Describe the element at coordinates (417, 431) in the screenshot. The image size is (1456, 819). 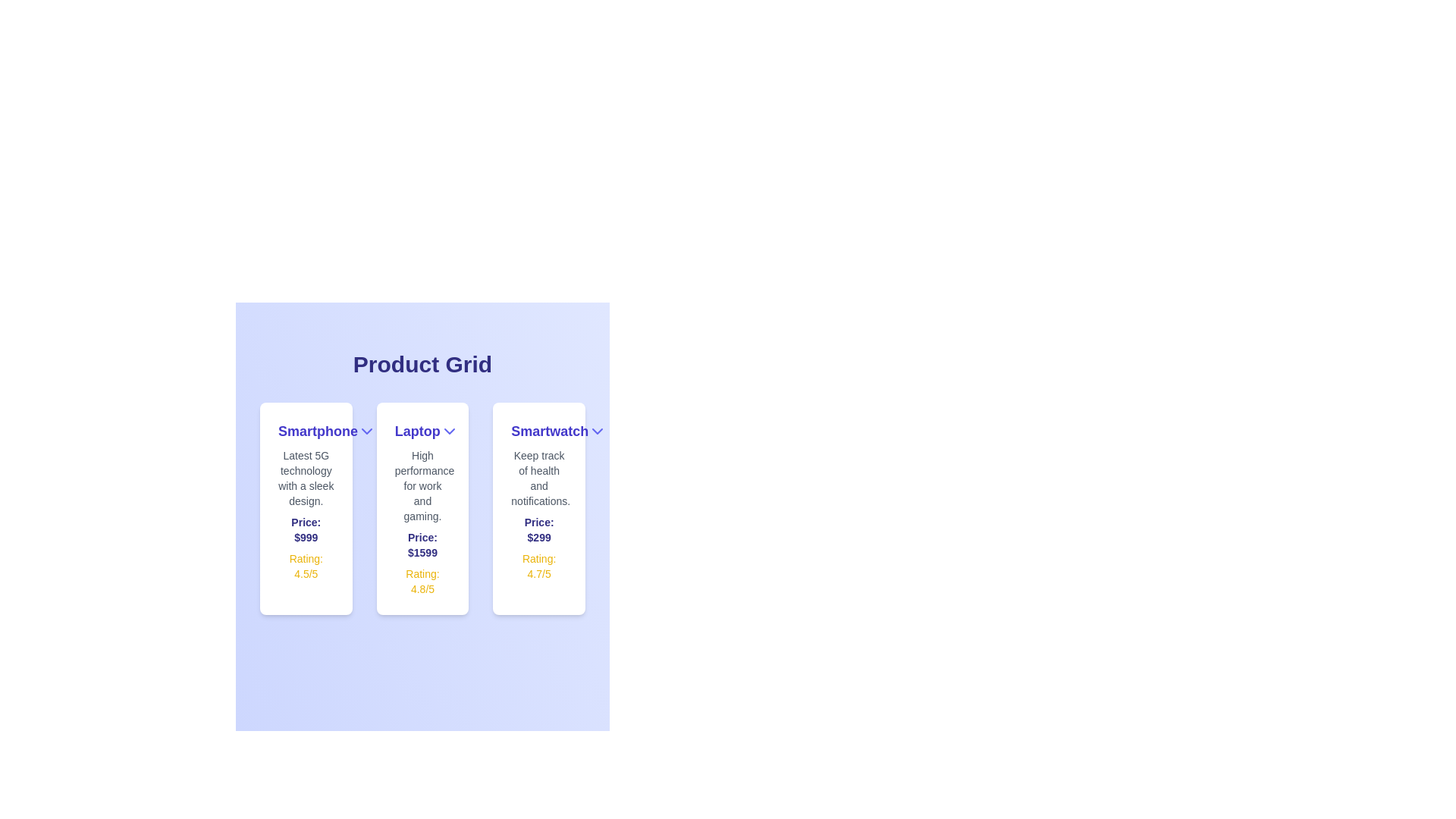
I see `text content of the 'Laptop' label, which is displayed in bold purple font at the top of the second card in the 'Product Grid'` at that location.